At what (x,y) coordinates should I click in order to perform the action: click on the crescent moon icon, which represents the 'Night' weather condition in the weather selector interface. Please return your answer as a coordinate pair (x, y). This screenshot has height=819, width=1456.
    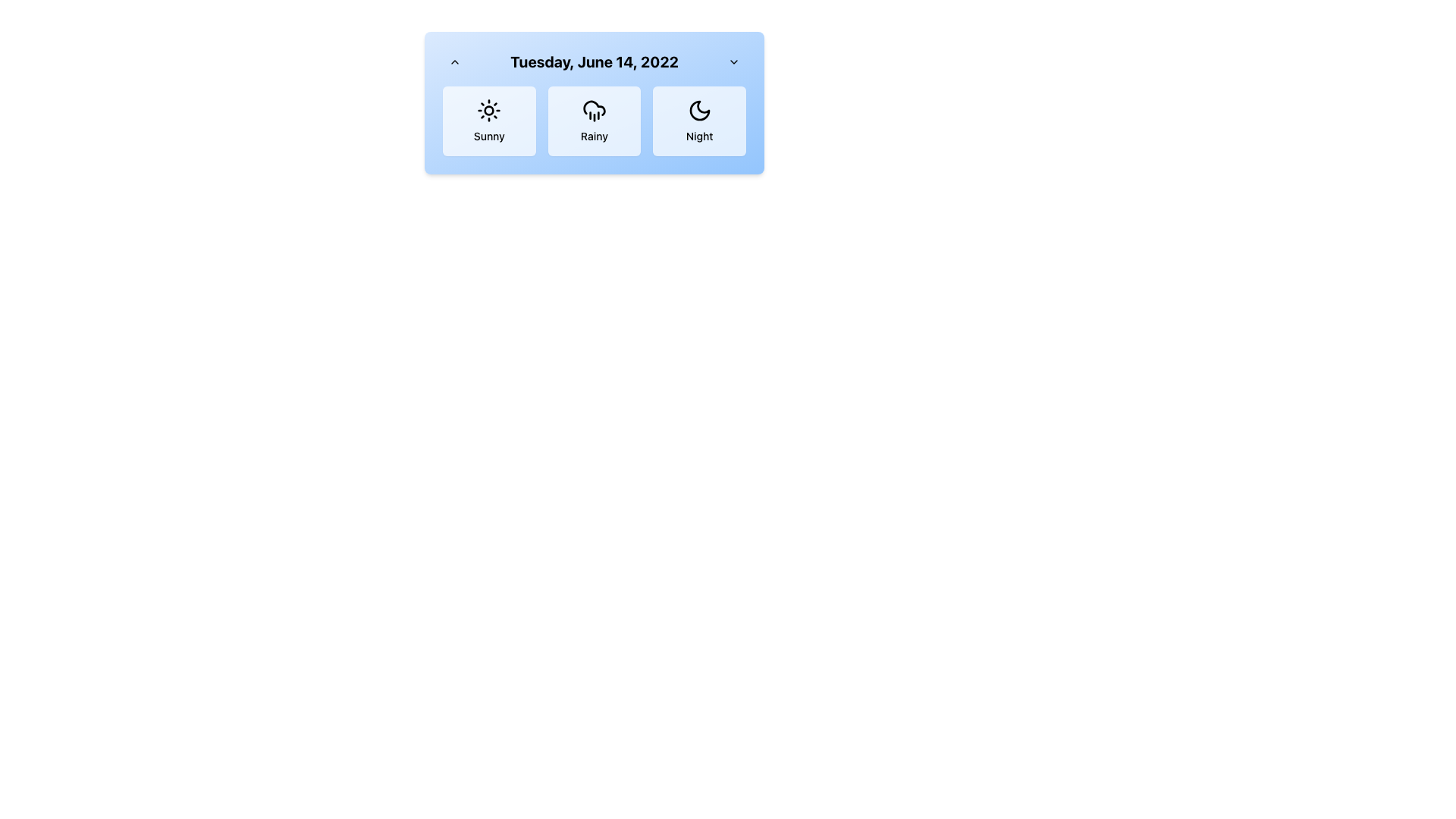
    Looking at the image, I should click on (698, 110).